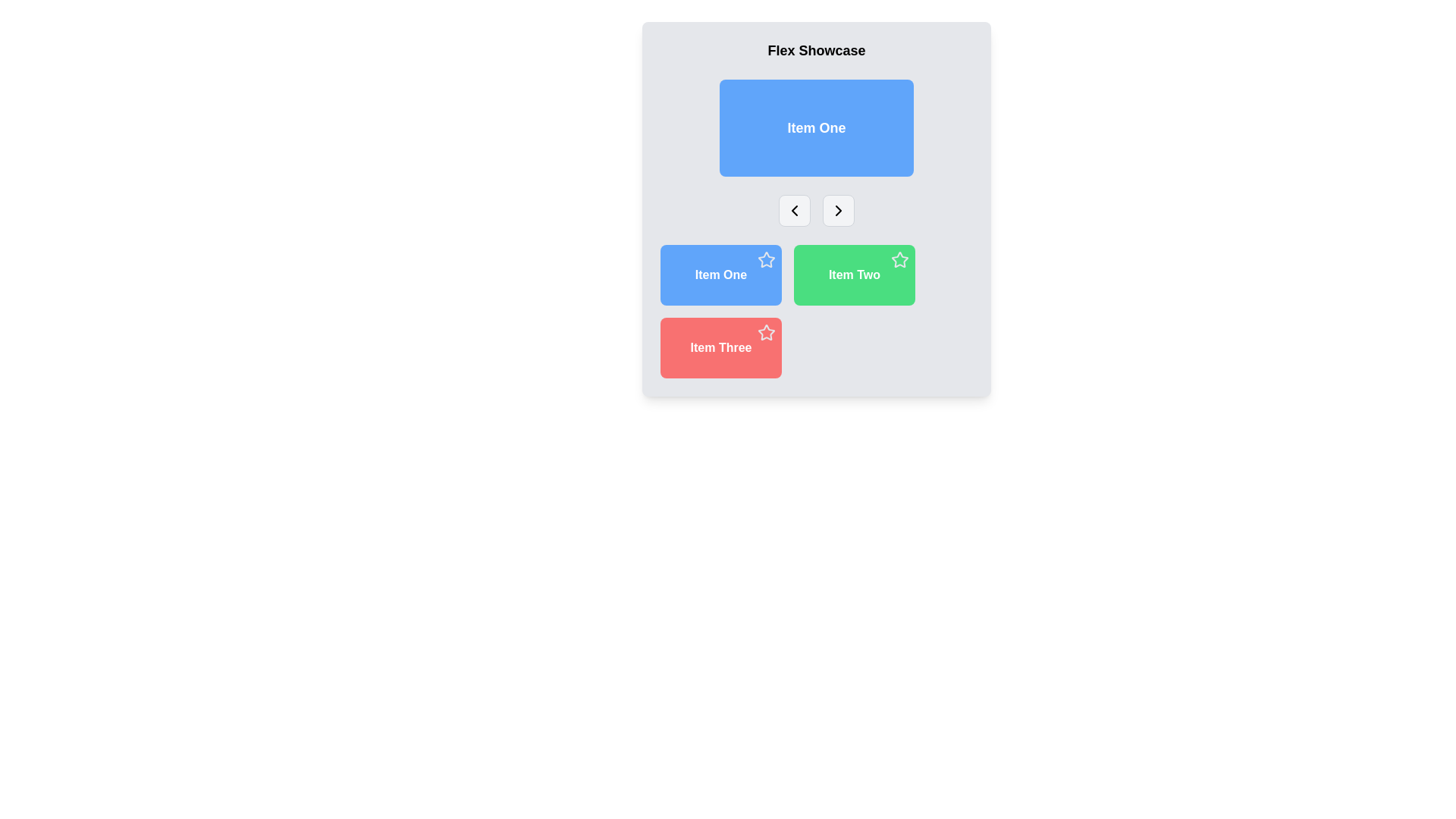 The height and width of the screenshot is (819, 1456). Describe the element at coordinates (793, 210) in the screenshot. I see `the left navigation button located under the central 'Item One' card` at that location.